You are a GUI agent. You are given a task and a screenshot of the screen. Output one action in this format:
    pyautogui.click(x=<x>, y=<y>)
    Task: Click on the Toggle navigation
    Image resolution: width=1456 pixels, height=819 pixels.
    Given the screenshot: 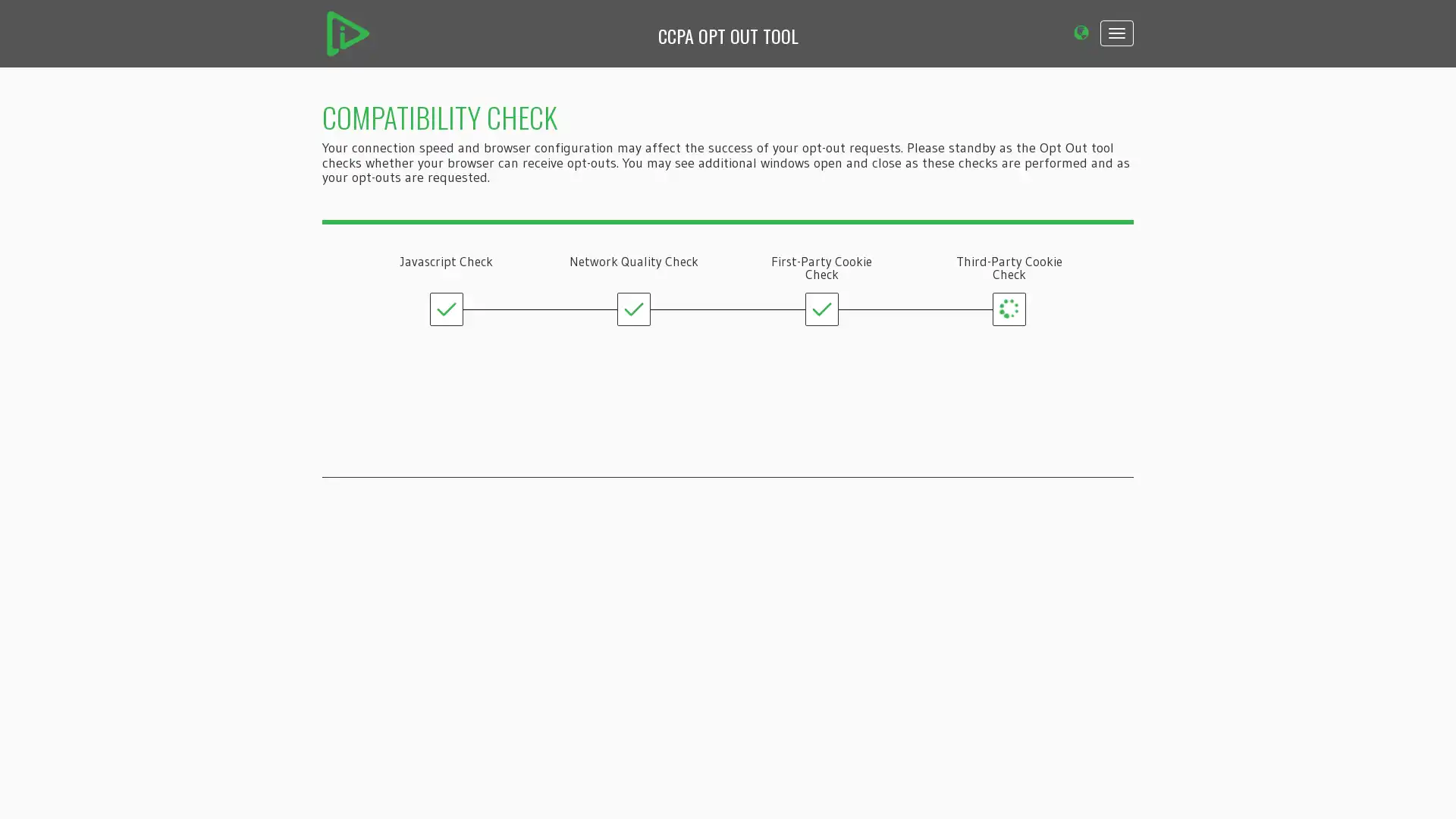 What is the action you would take?
    pyautogui.click(x=1117, y=33)
    